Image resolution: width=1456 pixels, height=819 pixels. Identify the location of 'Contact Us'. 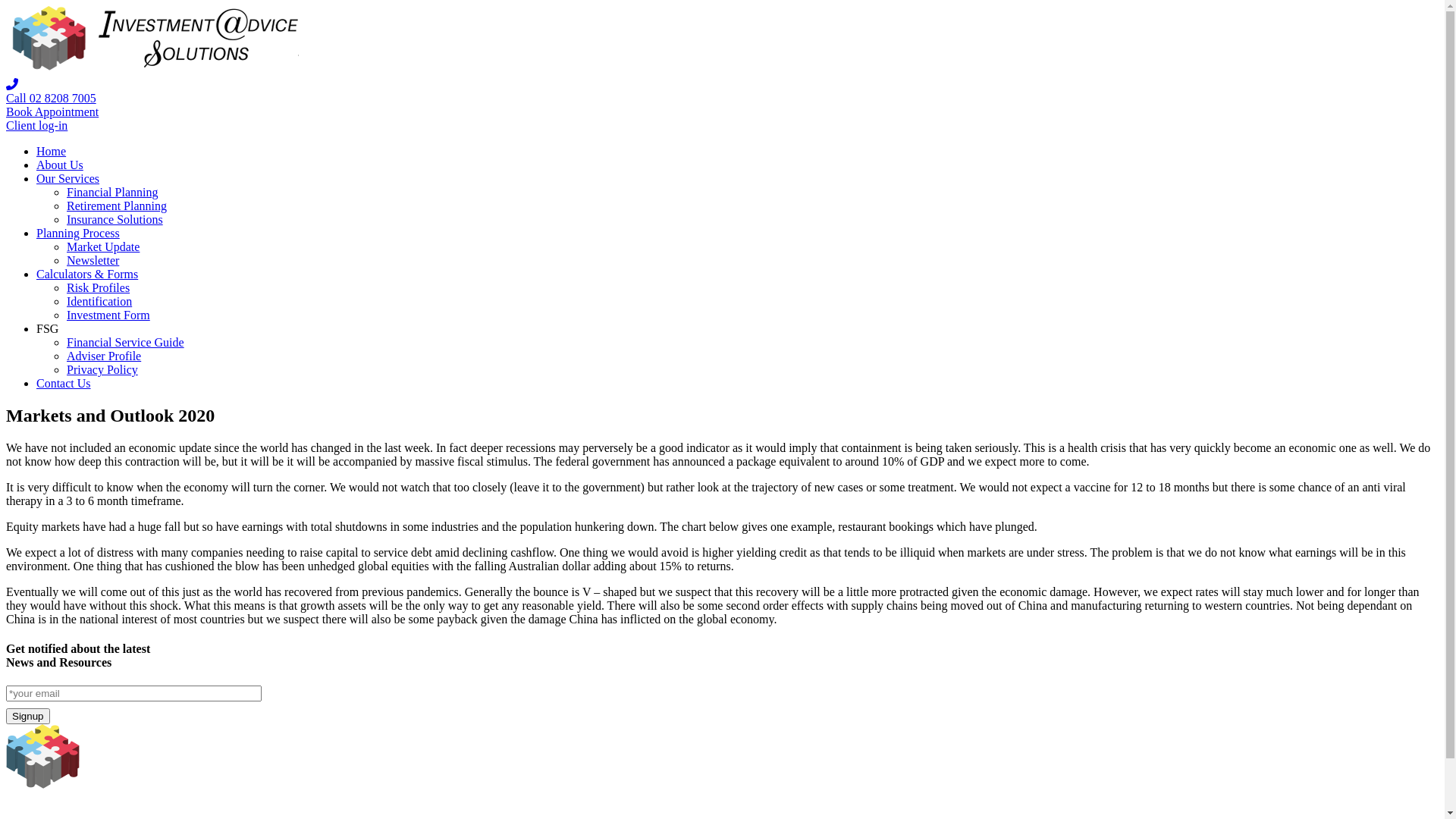
(62, 382).